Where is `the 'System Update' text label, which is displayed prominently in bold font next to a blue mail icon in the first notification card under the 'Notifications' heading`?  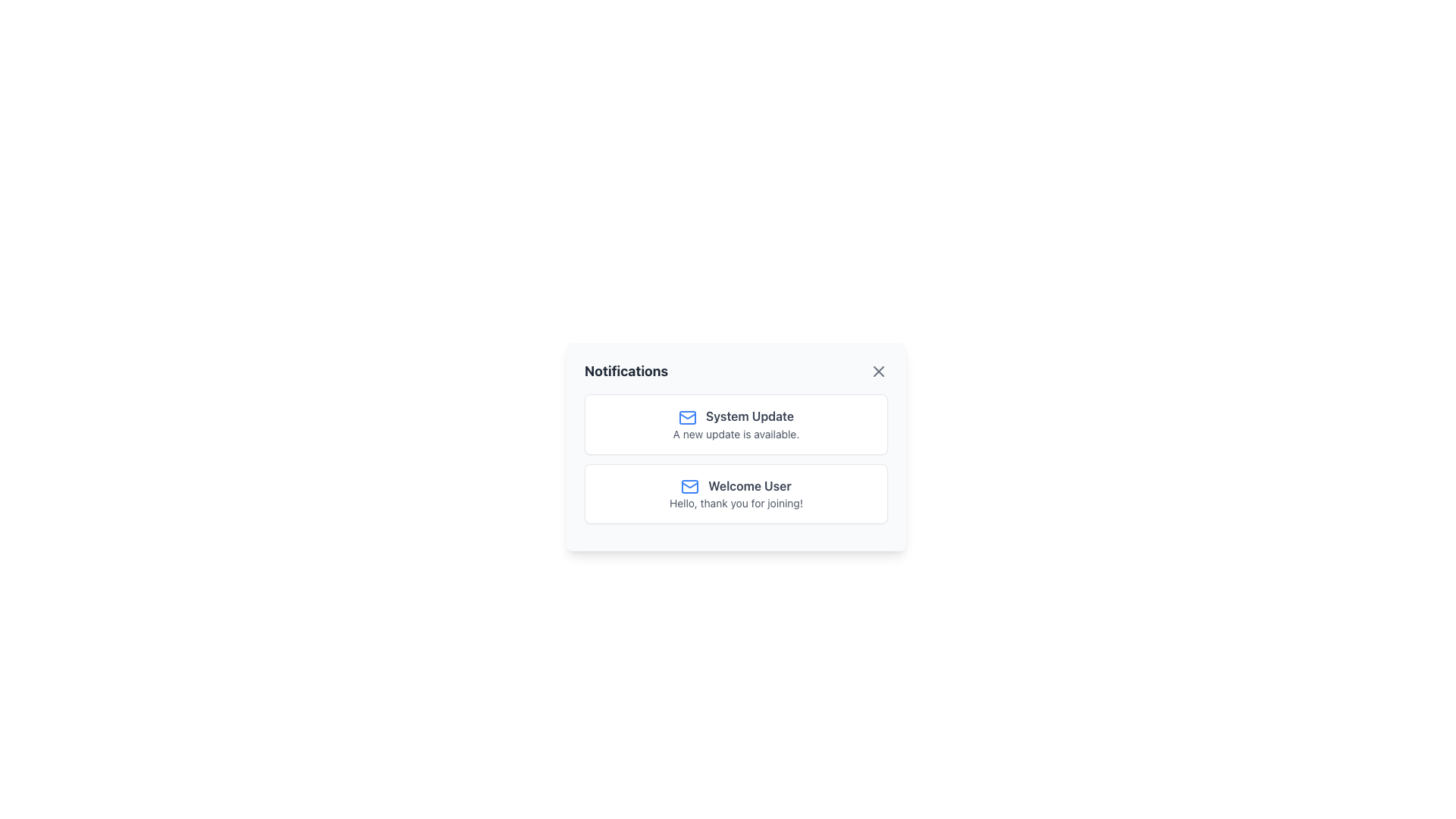 the 'System Update' text label, which is displayed prominently in bold font next to a blue mail icon in the first notification card under the 'Notifications' heading is located at coordinates (736, 416).